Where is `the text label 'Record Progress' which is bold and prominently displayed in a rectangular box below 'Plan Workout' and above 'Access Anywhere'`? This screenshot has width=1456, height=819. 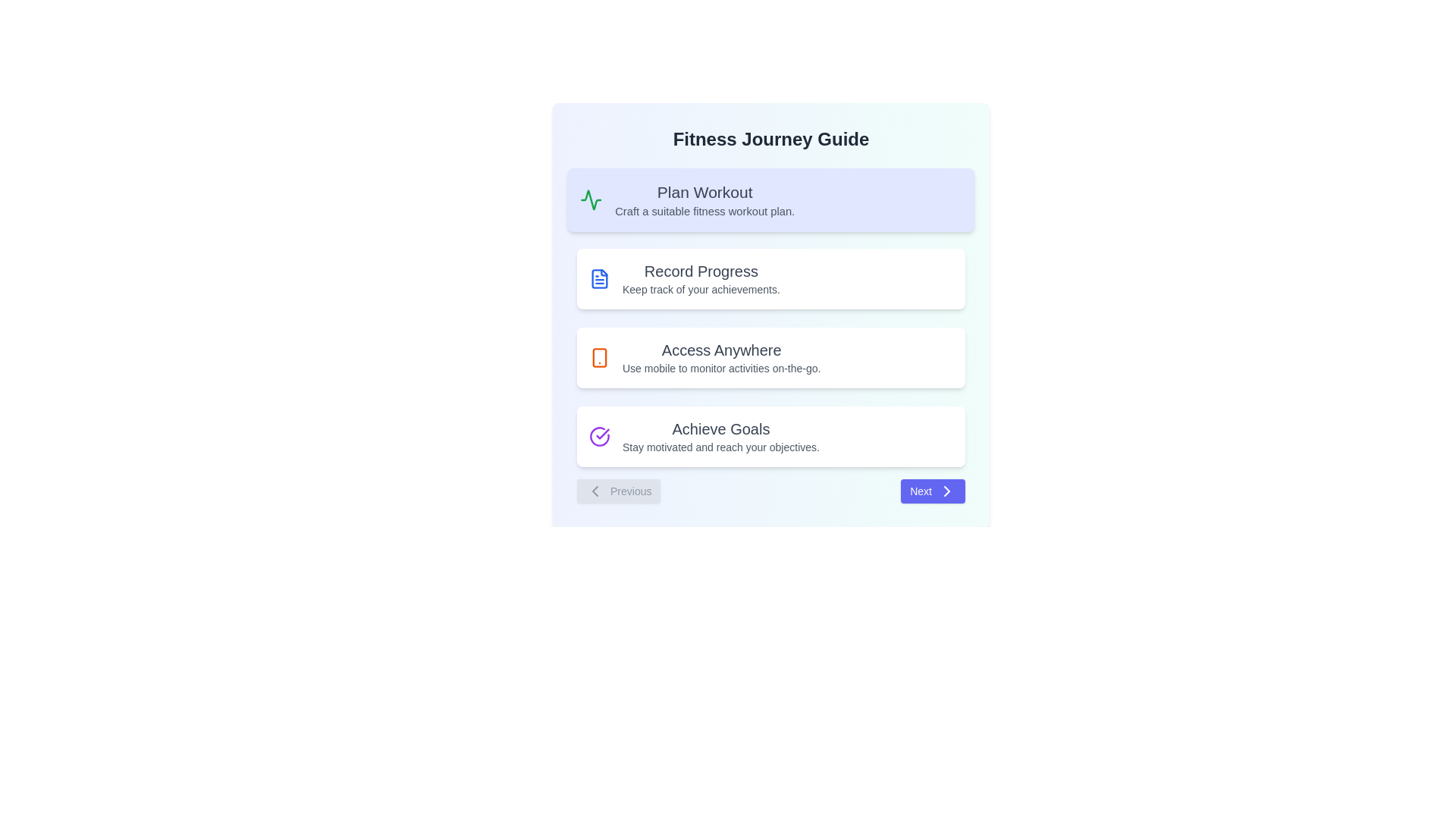
the text label 'Record Progress' which is bold and prominently displayed in a rectangular box below 'Plan Workout' and above 'Access Anywhere' is located at coordinates (700, 271).